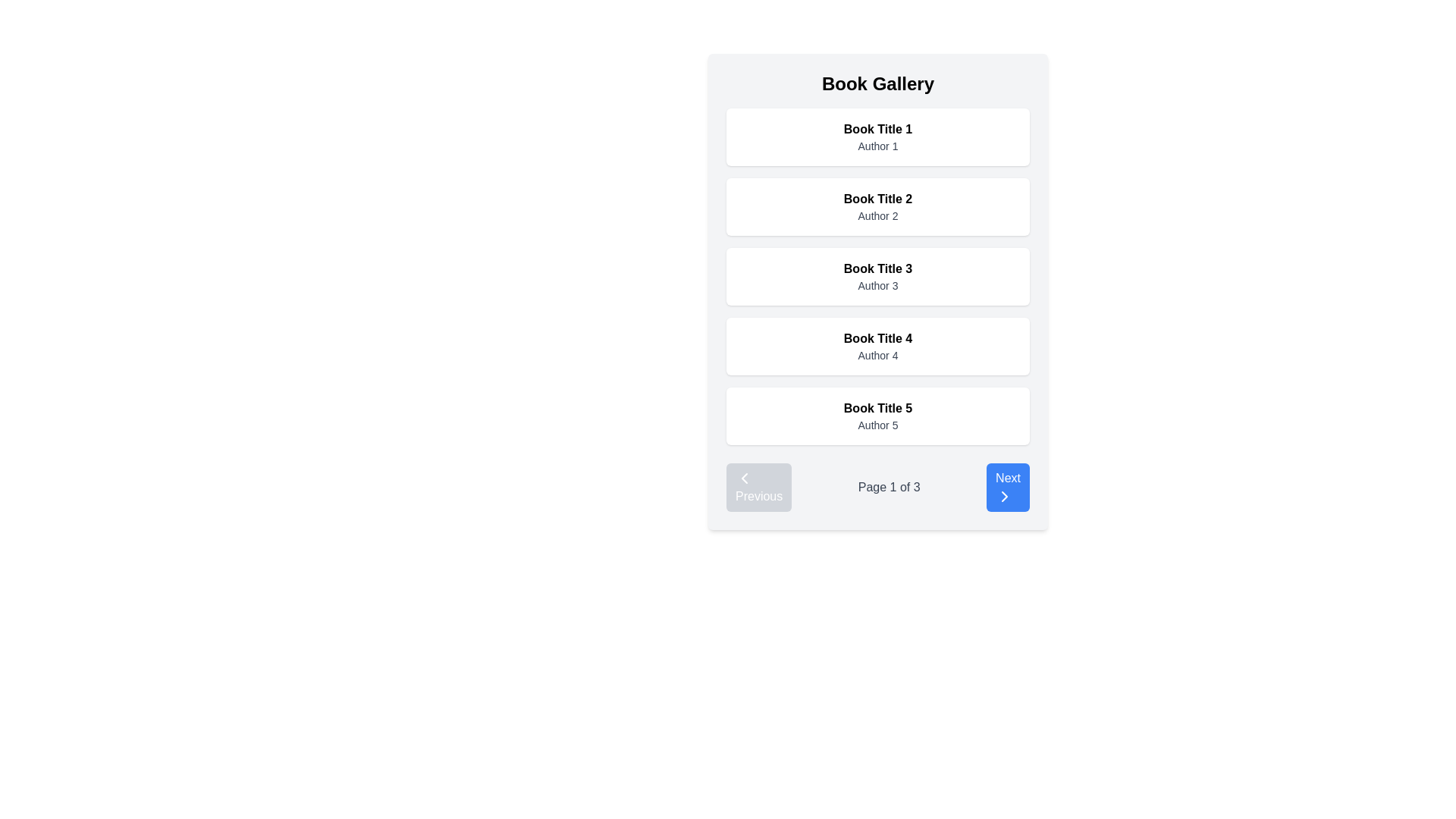 The width and height of the screenshot is (1456, 819). Describe the element at coordinates (877, 128) in the screenshot. I see `title of the book displayed at the top of the first entry in the list, which is identified by the static text label positioned above the author's name` at that location.